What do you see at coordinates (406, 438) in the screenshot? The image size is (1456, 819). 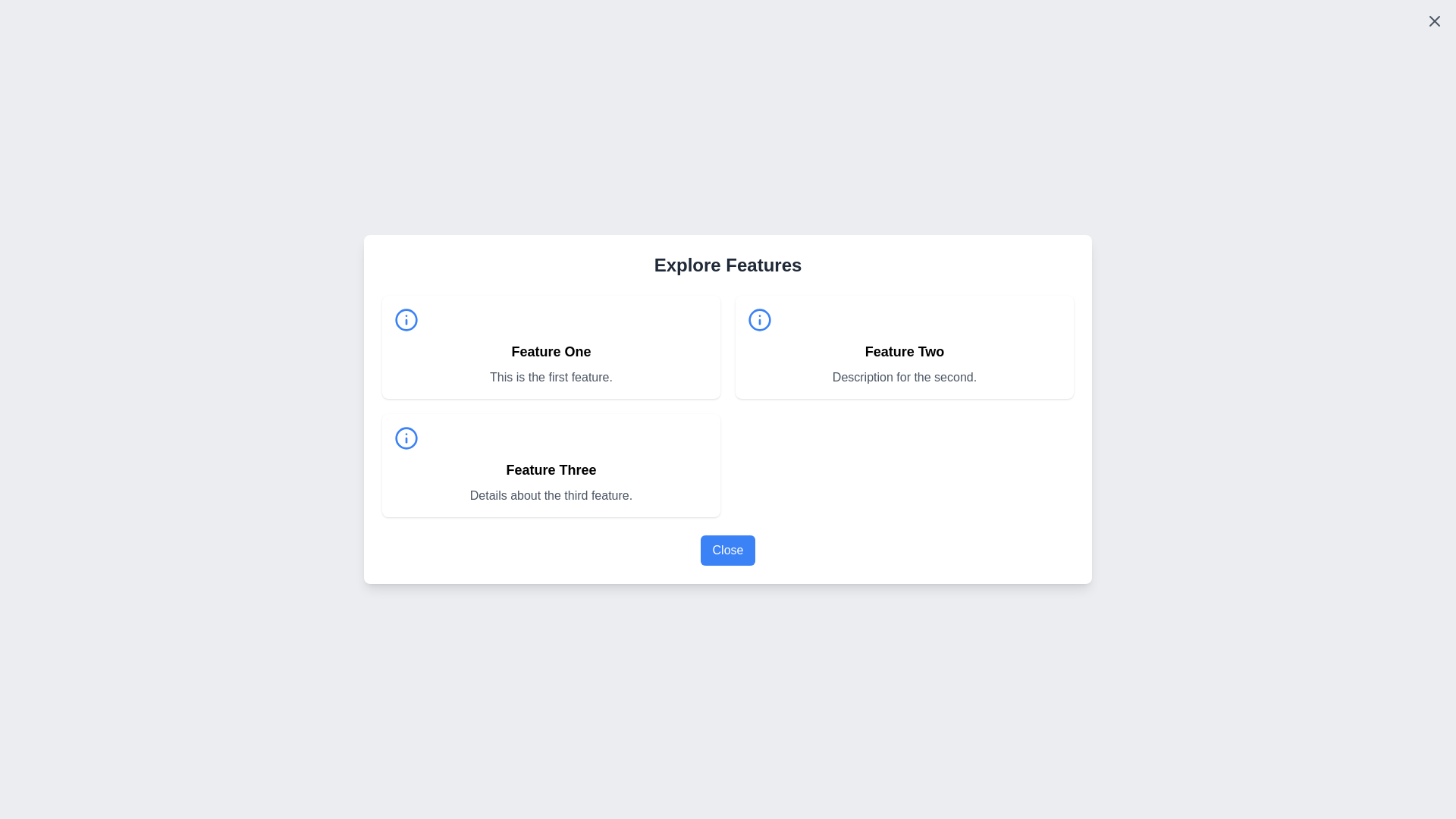 I see `the informational icon related to 'Feature Three' positioned at the left side of the box labeled 'Feature Three'` at bounding box center [406, 438].